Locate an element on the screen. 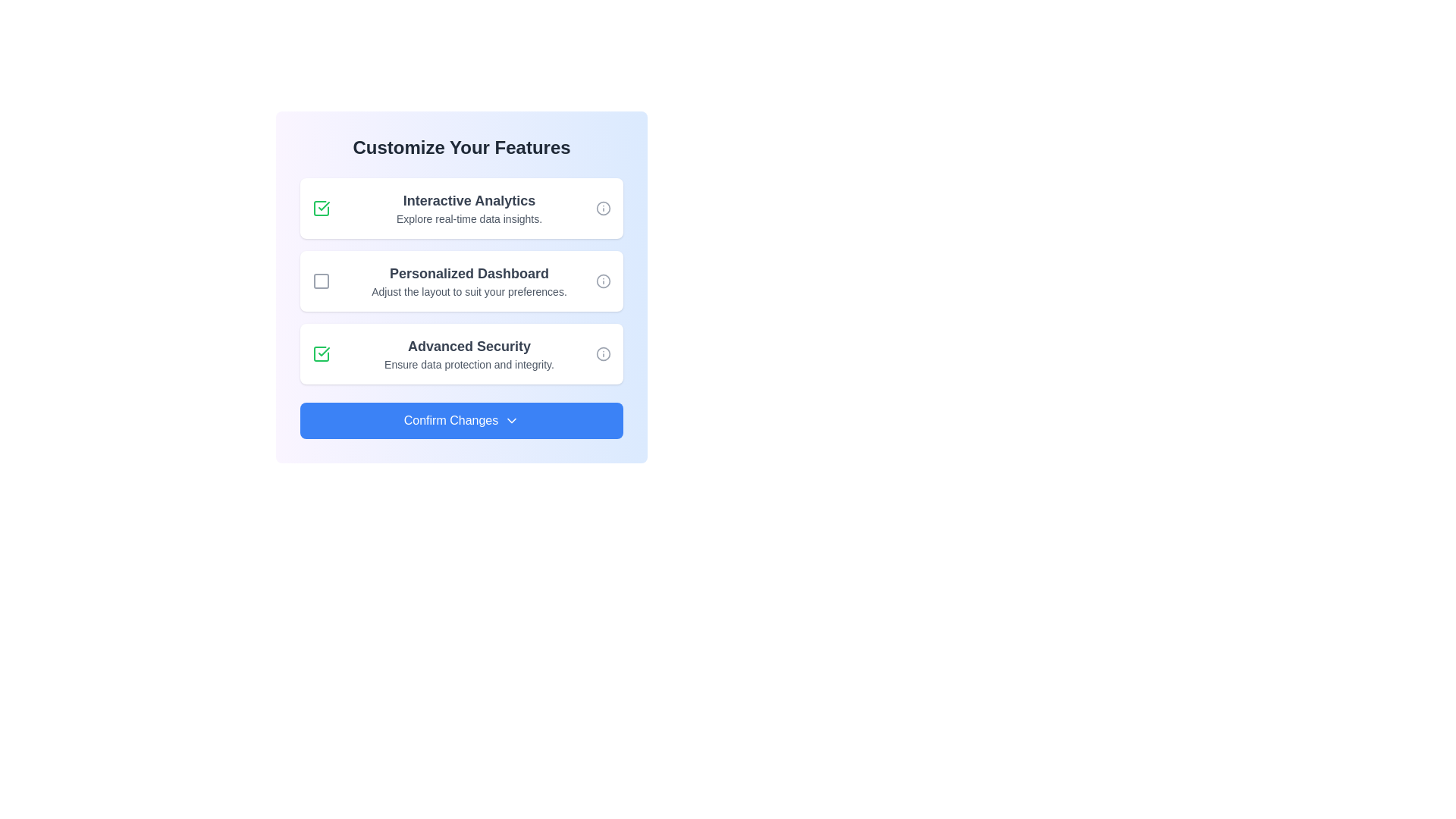 The width and height of the screenshot is (1456, 819). descriptive label for the 'Personalized Dashboard' feature, which is located below 'Interactive Analytics' and above 'Advanced Security' in the vertical stack of selectable cards is located at coordinates (469, 281).